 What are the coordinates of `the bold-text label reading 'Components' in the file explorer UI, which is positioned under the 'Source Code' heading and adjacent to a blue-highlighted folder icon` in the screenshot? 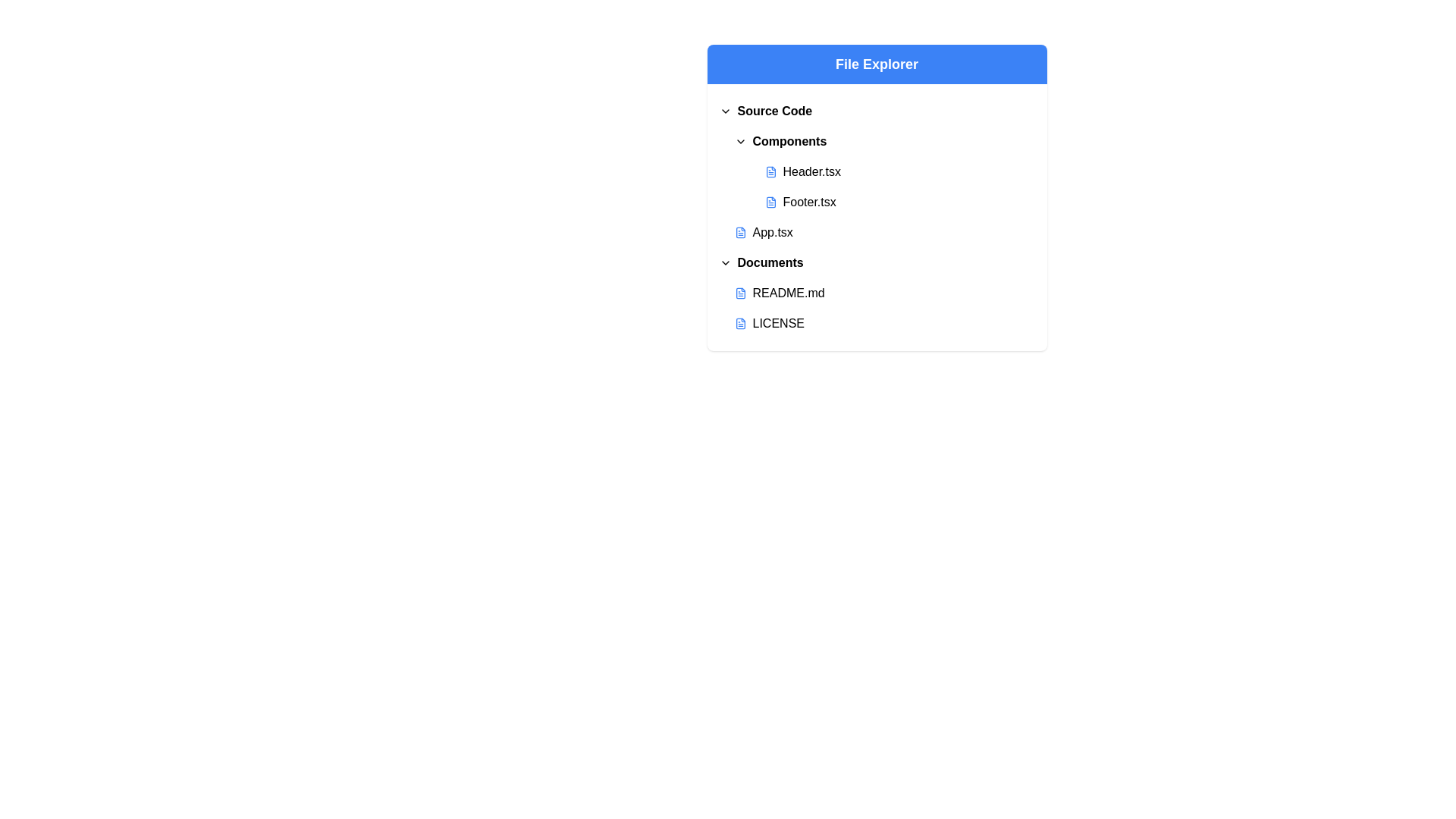 It's located at (789, 141).